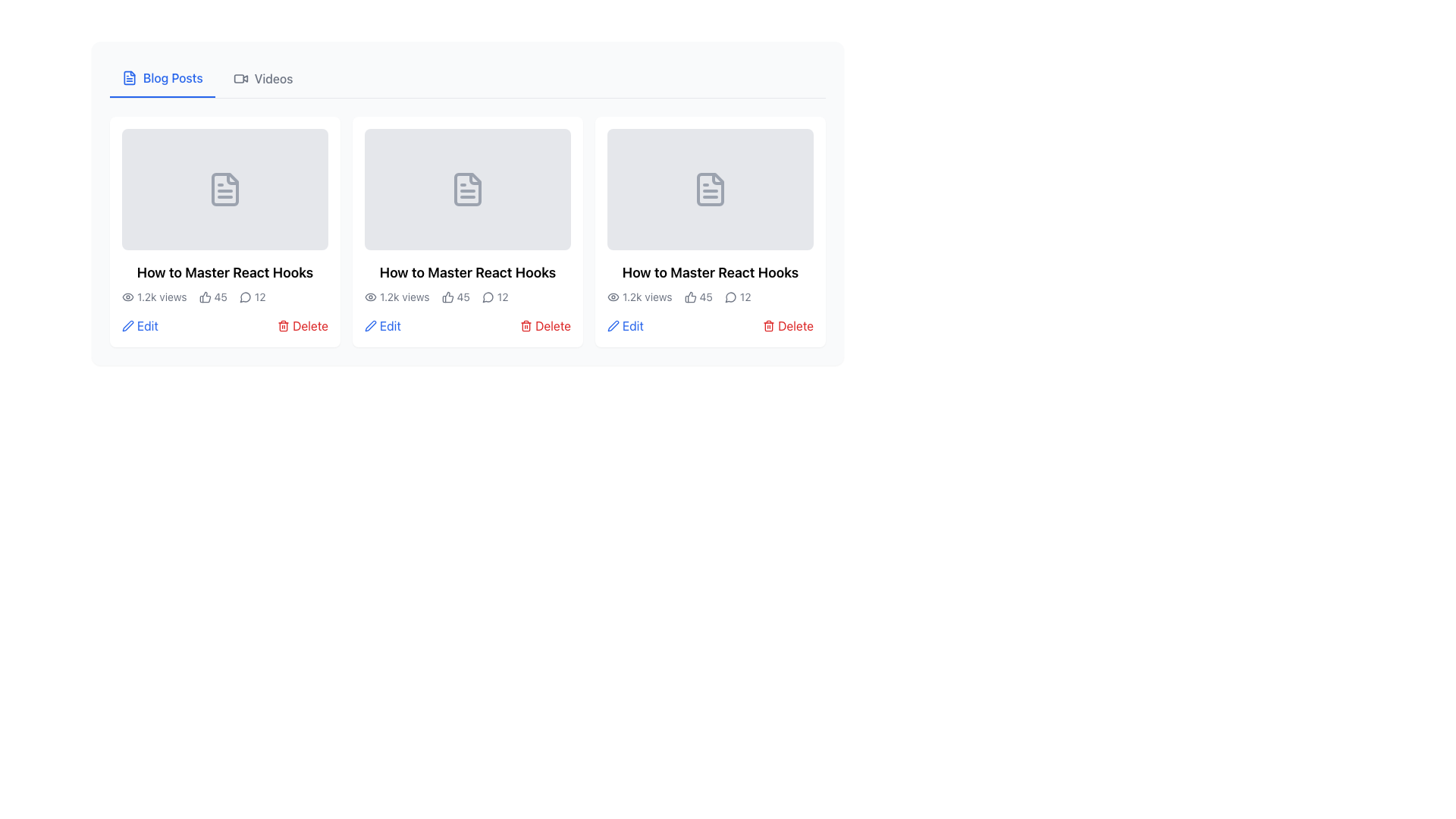 The width and height of the screenshot is (1456, 819). Describe the element at coordinates (626, 325) in the screenshot. I see `the editing button located to the left of the 'Delete' option in the list beneath the post preview for keyboard navigation` at that location.